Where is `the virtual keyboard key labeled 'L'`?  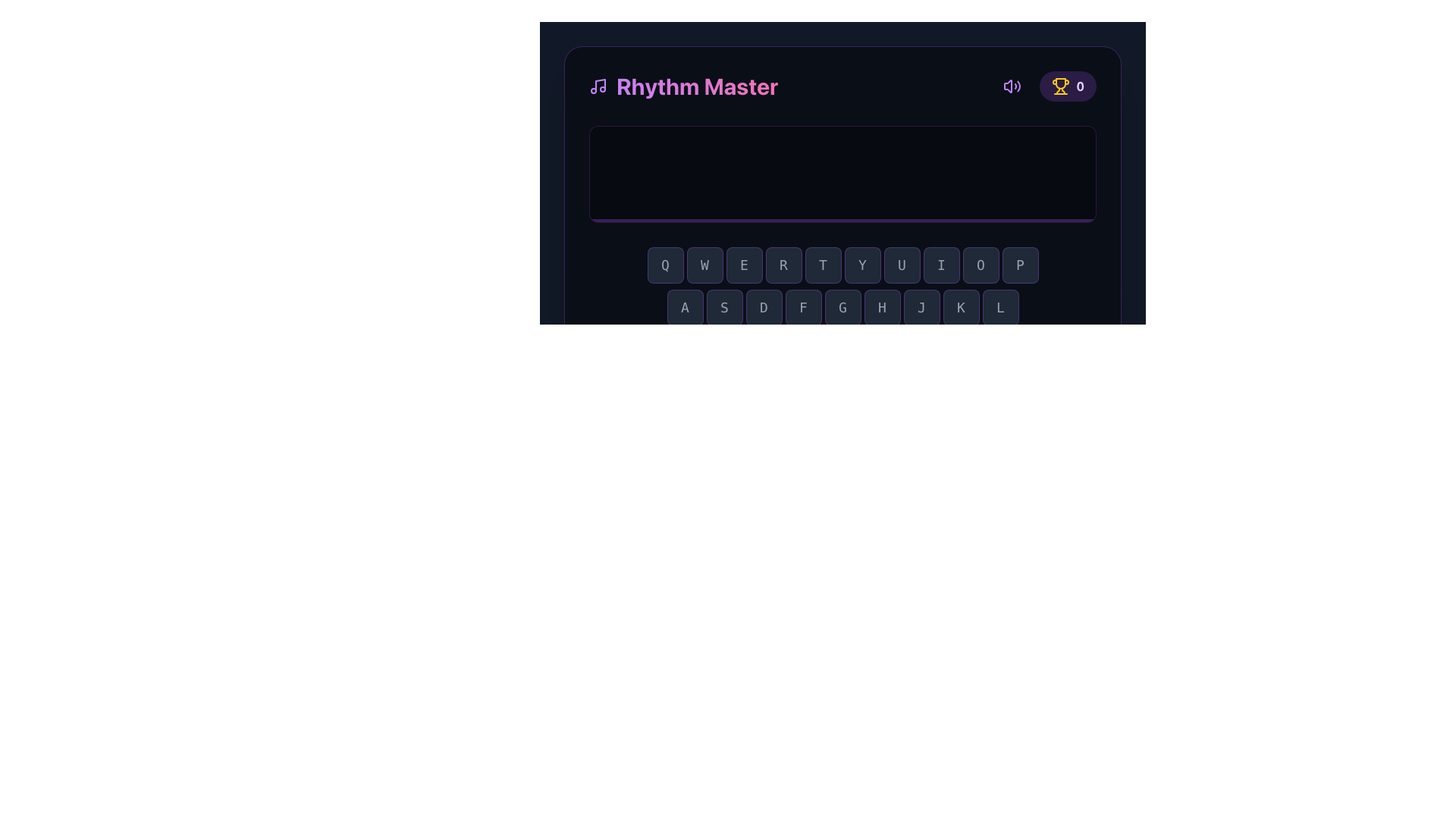
the virtual keyboard key labeled 'L' is located at coordinates (1000, 307).